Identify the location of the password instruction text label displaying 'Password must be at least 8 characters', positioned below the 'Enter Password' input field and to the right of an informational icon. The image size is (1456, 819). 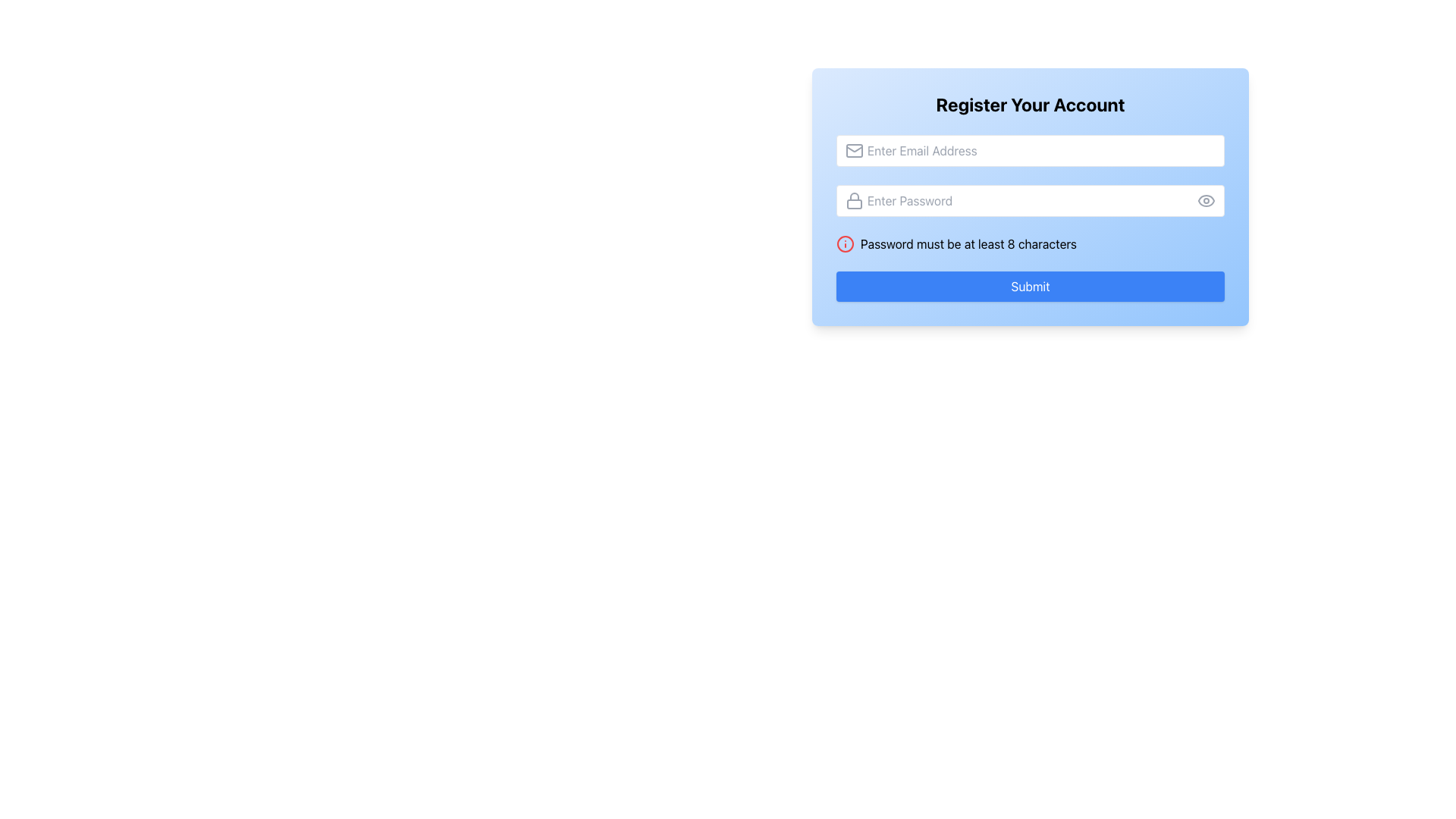
(968, 243).